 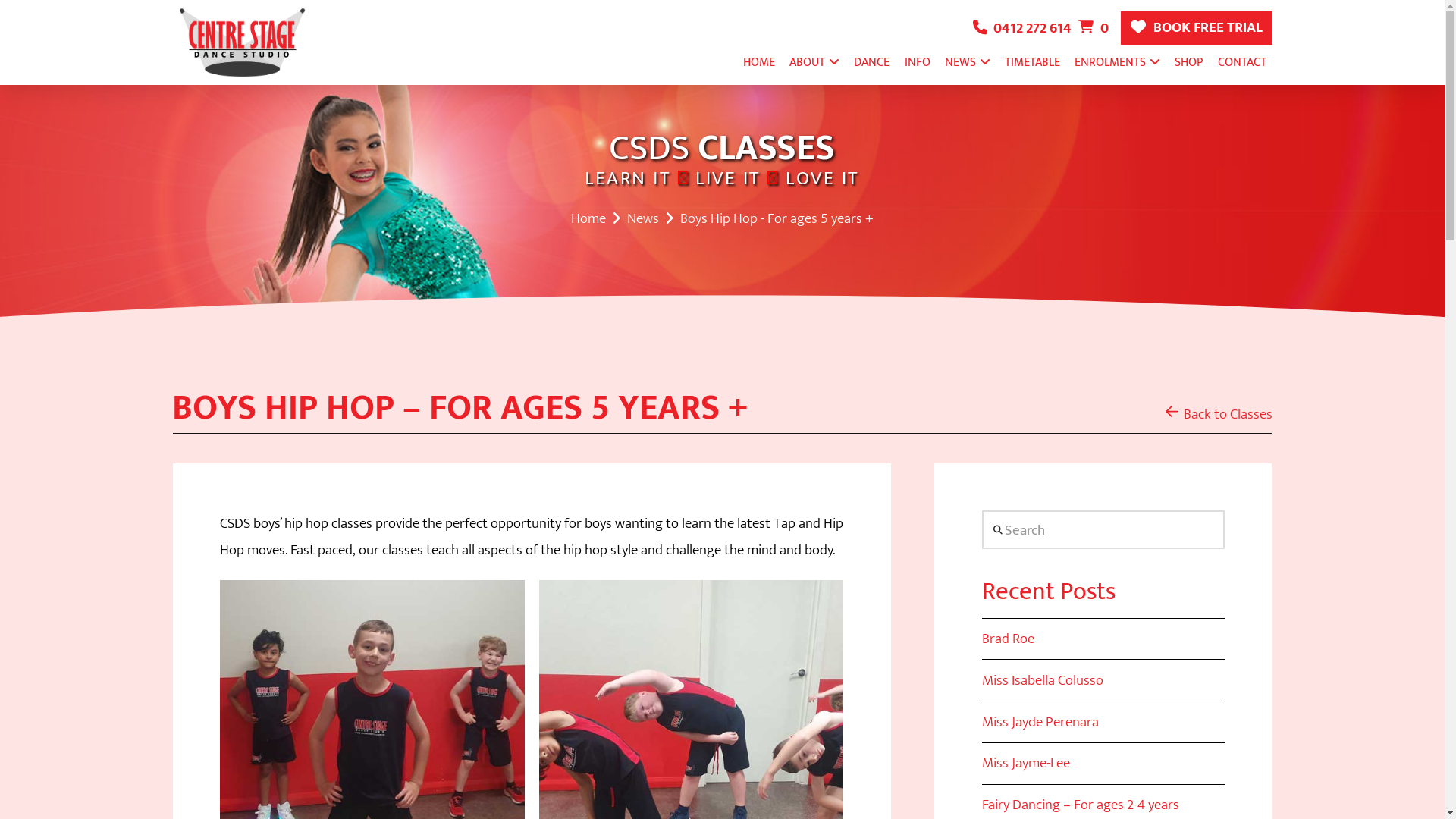 What do you see at coordinates (643, 218) in the screenshot?
I see `'News'` at bounding box center [643, 218].